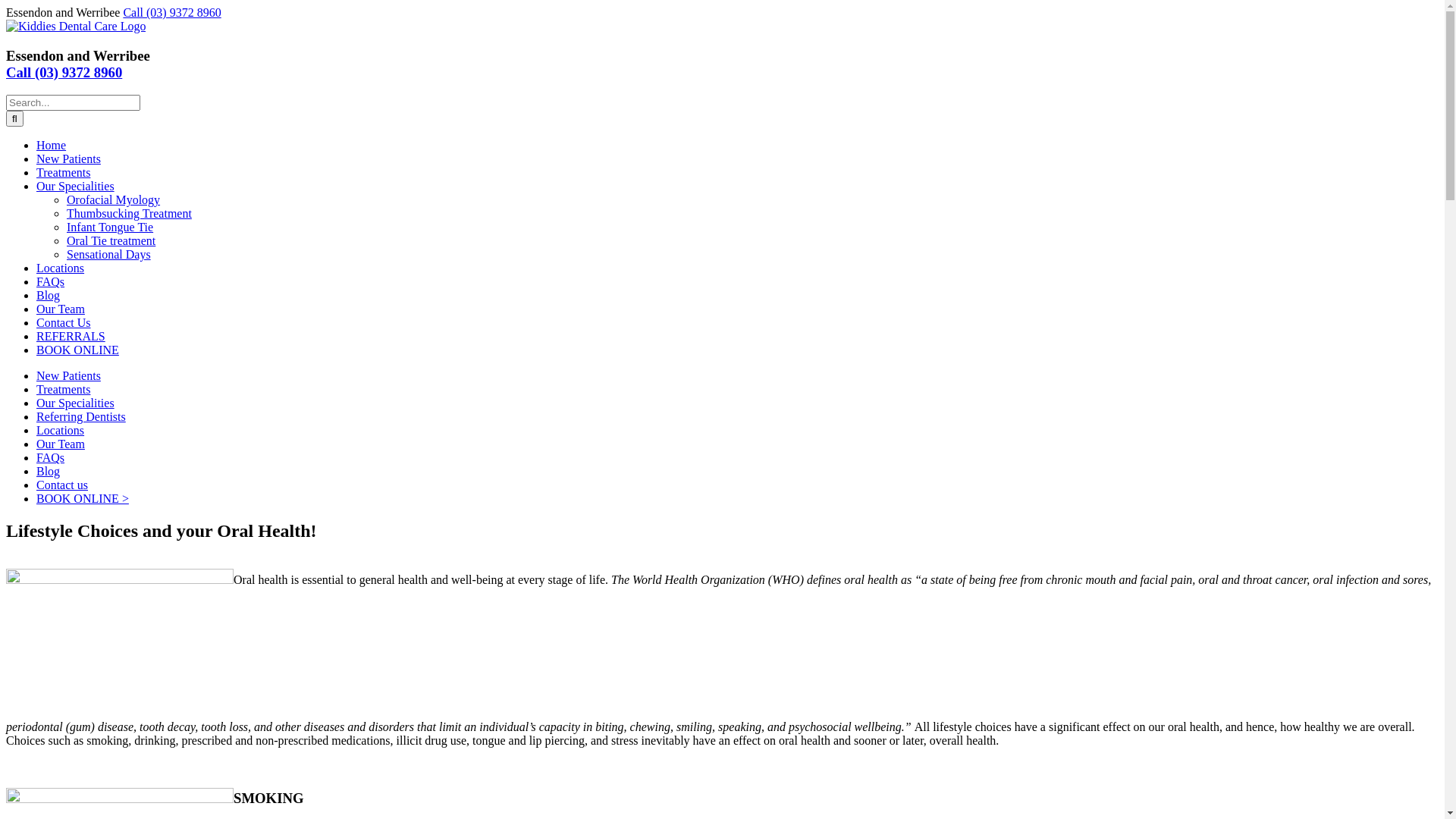  What do you see at coordinates (50, 457) in the screenshot?
I see `'FAQs'` at bounding box center [50, 457].